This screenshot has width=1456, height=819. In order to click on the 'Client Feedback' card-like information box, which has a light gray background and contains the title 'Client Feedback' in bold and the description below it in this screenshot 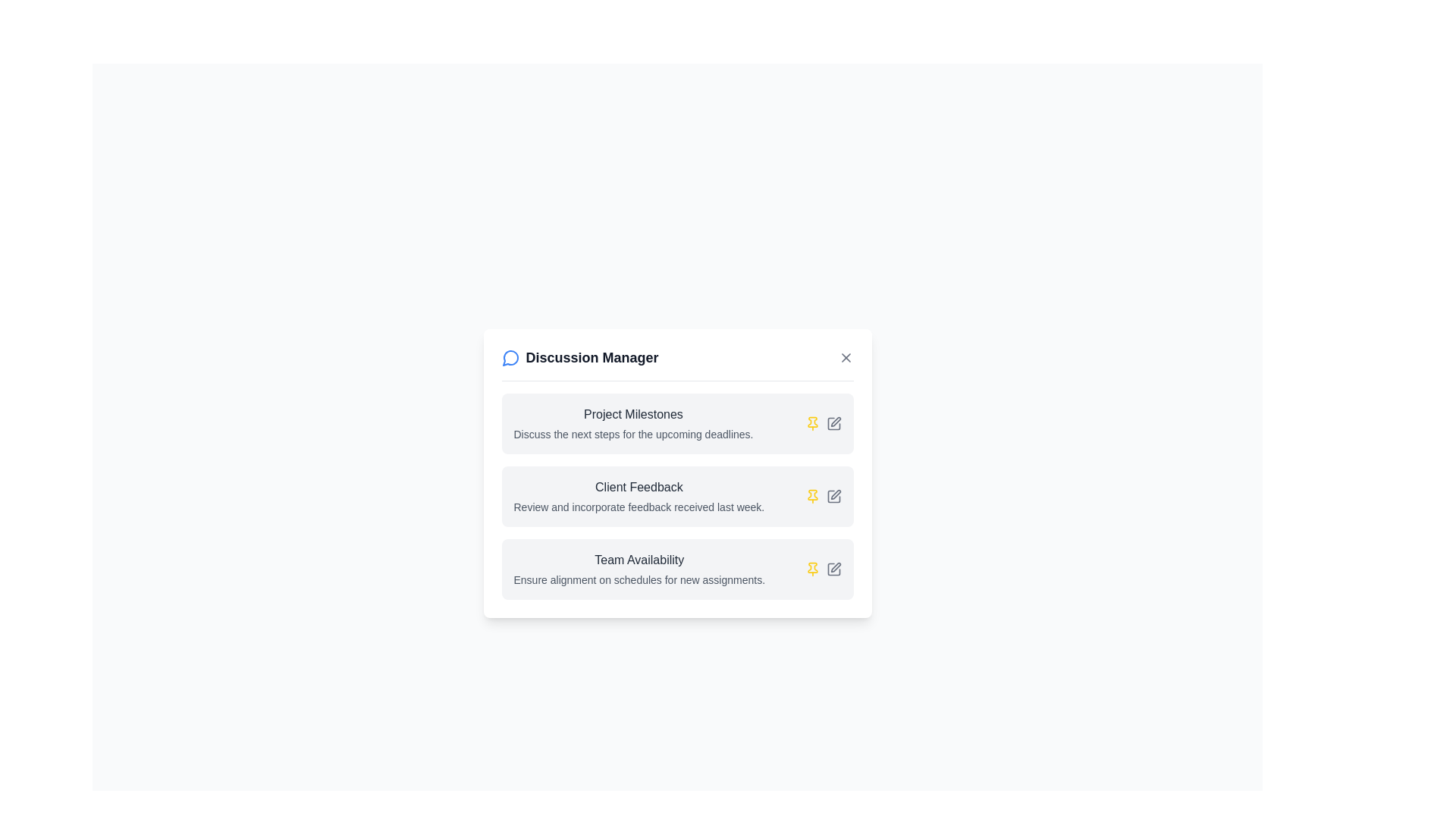, I will do `click(676, 496)`.